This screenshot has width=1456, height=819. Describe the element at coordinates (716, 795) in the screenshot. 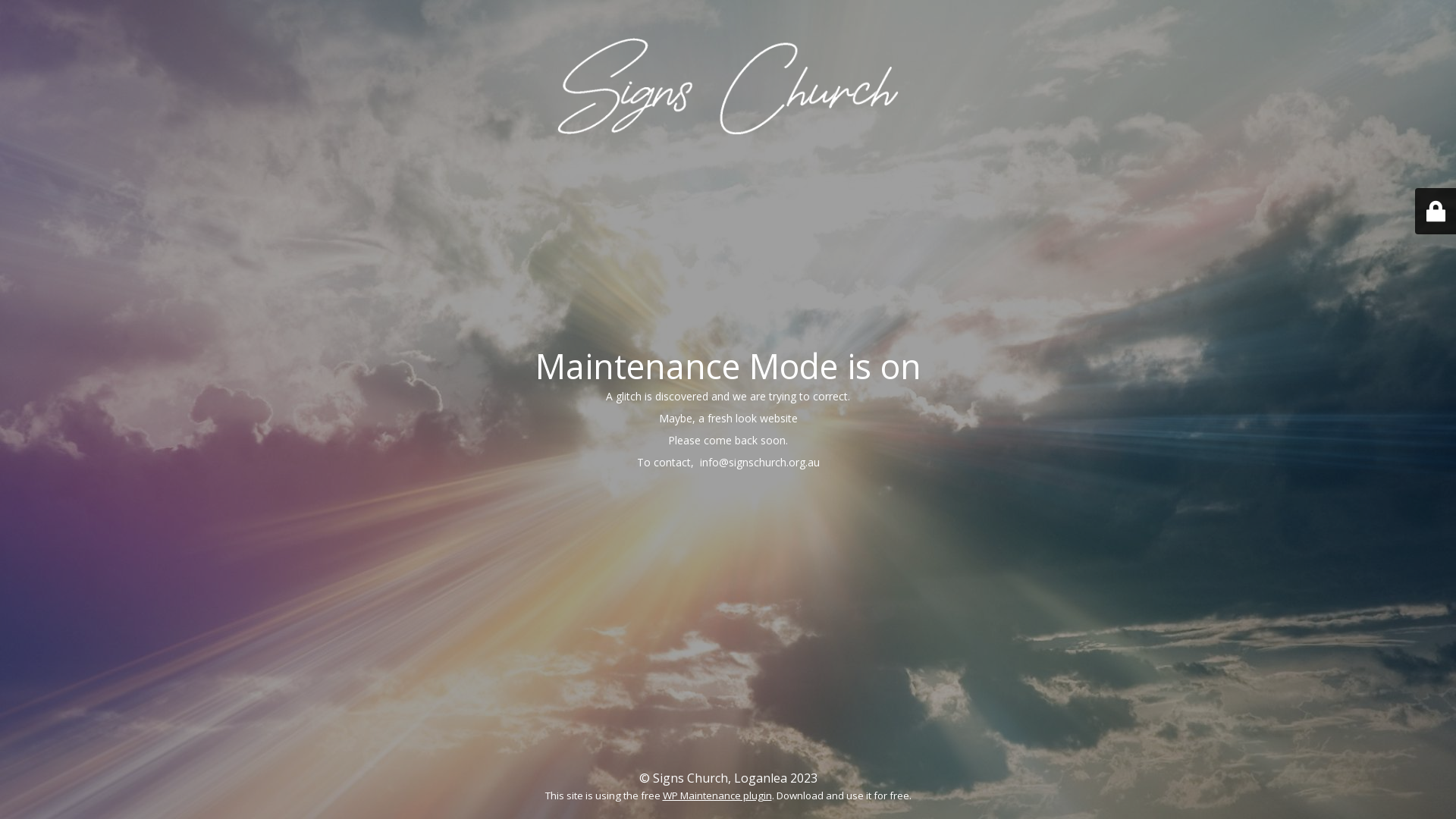

I see `'WP Maintenance plugin'` at that location.